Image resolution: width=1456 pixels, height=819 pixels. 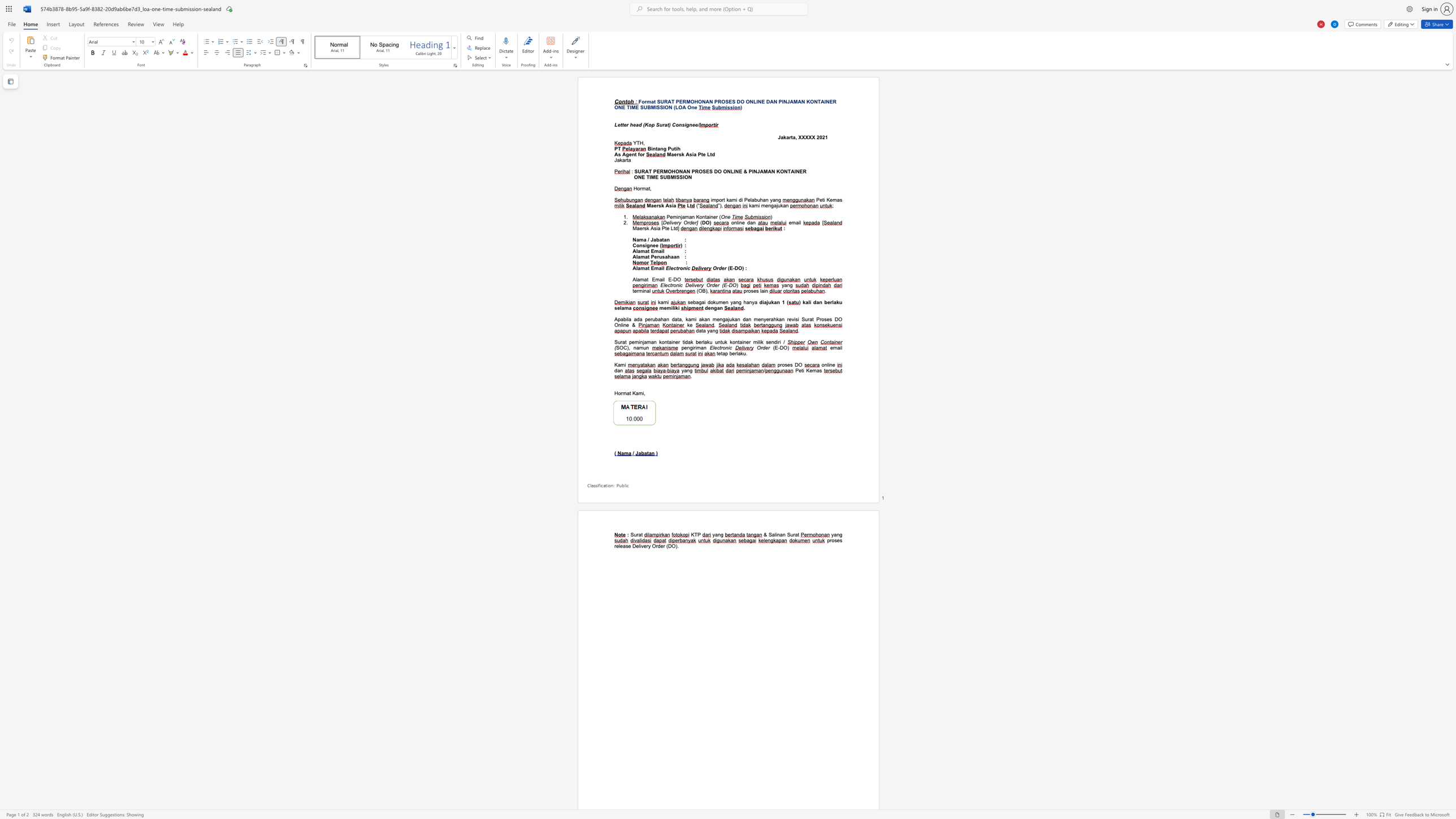 I want to click on the space between the continuous character "o" and "r" in the text, so click(x=642, y=154).